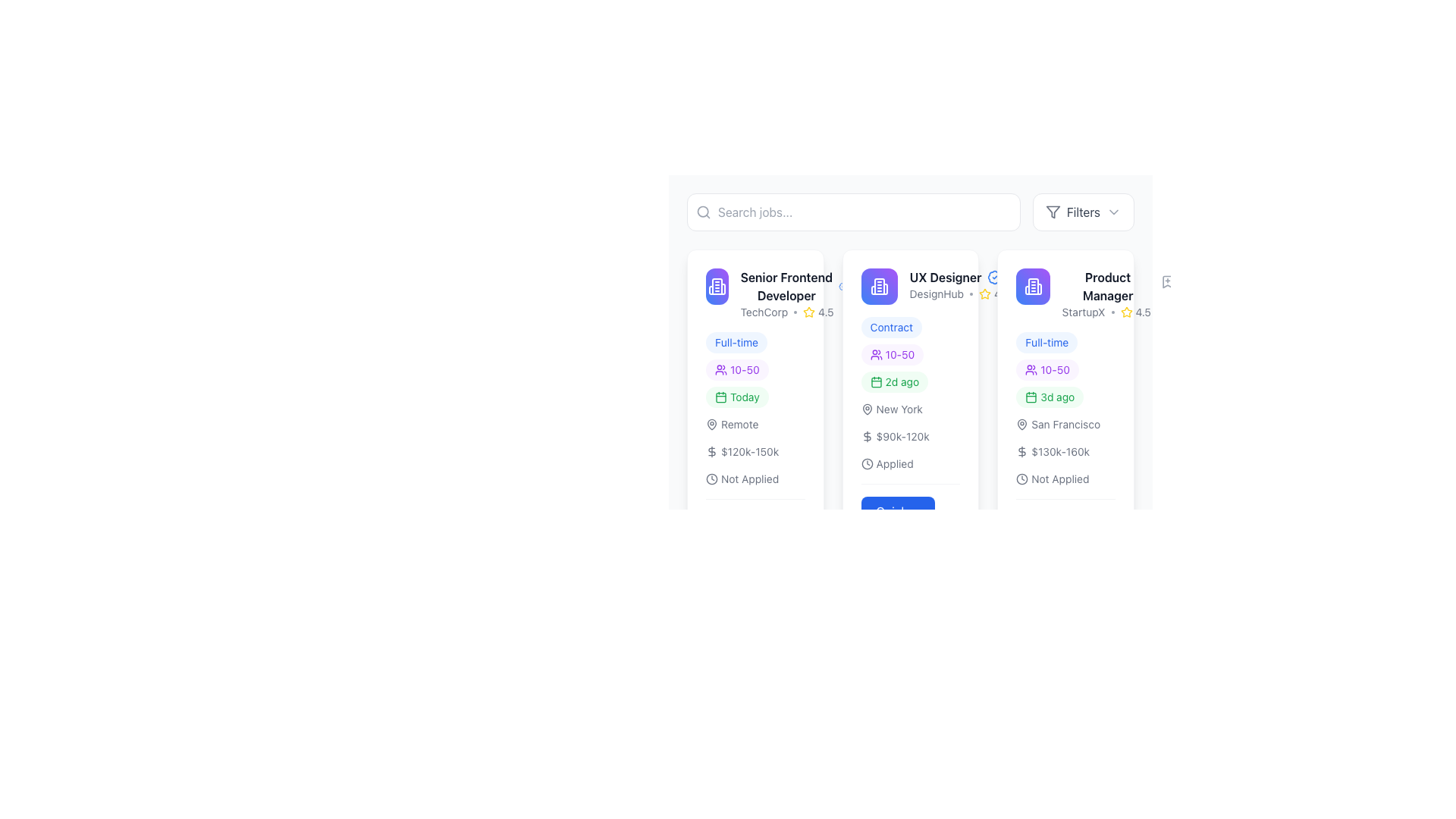  I want to click on the approved status icon located to the right of the 'UX Designer' label within the card in the second column of the grid layout, so click(995, 278).